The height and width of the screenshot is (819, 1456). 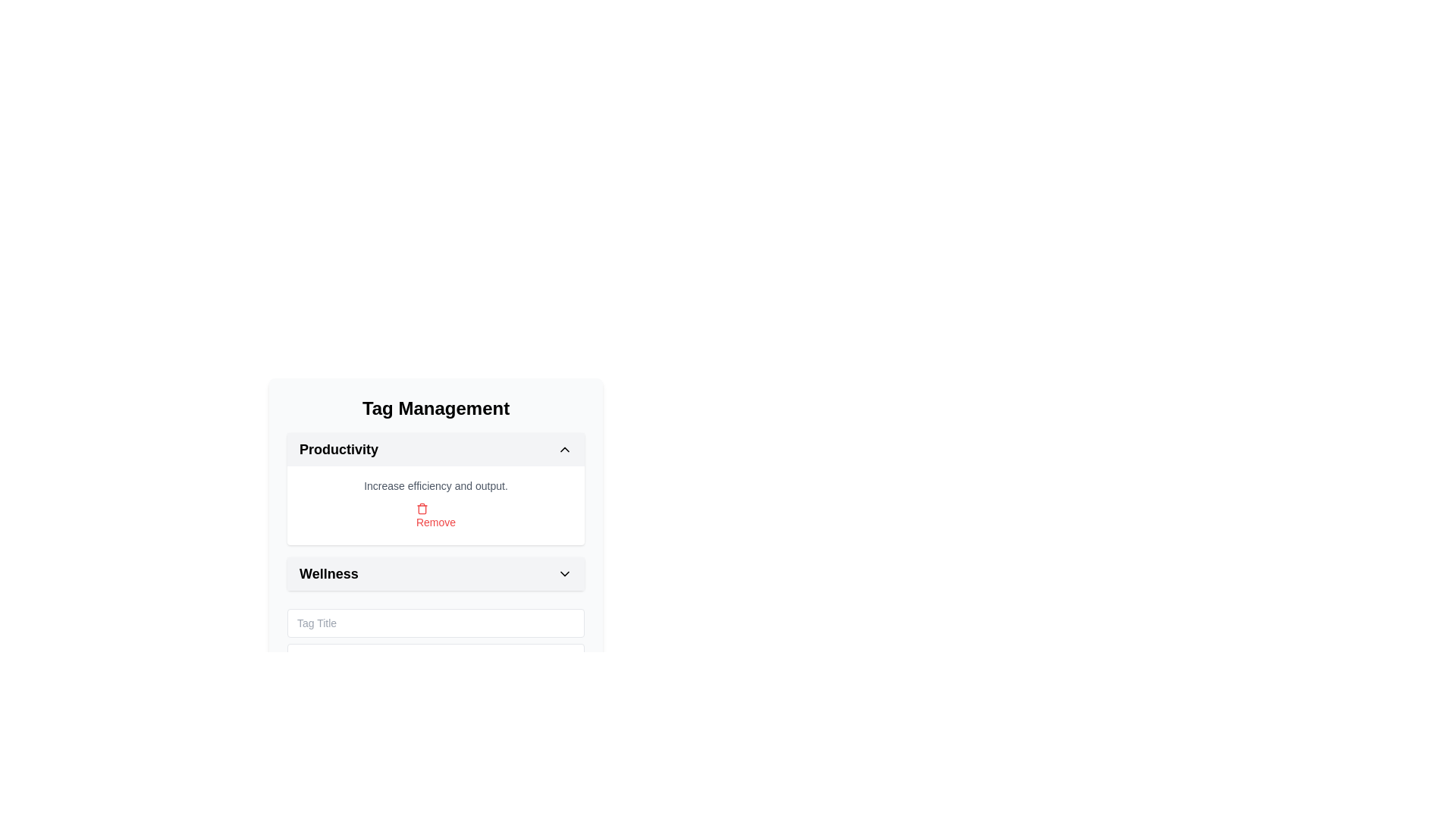 I want to click on the Chevron Down icon located on the right side of the 'Wellness' section, so click(x=563, y=573).